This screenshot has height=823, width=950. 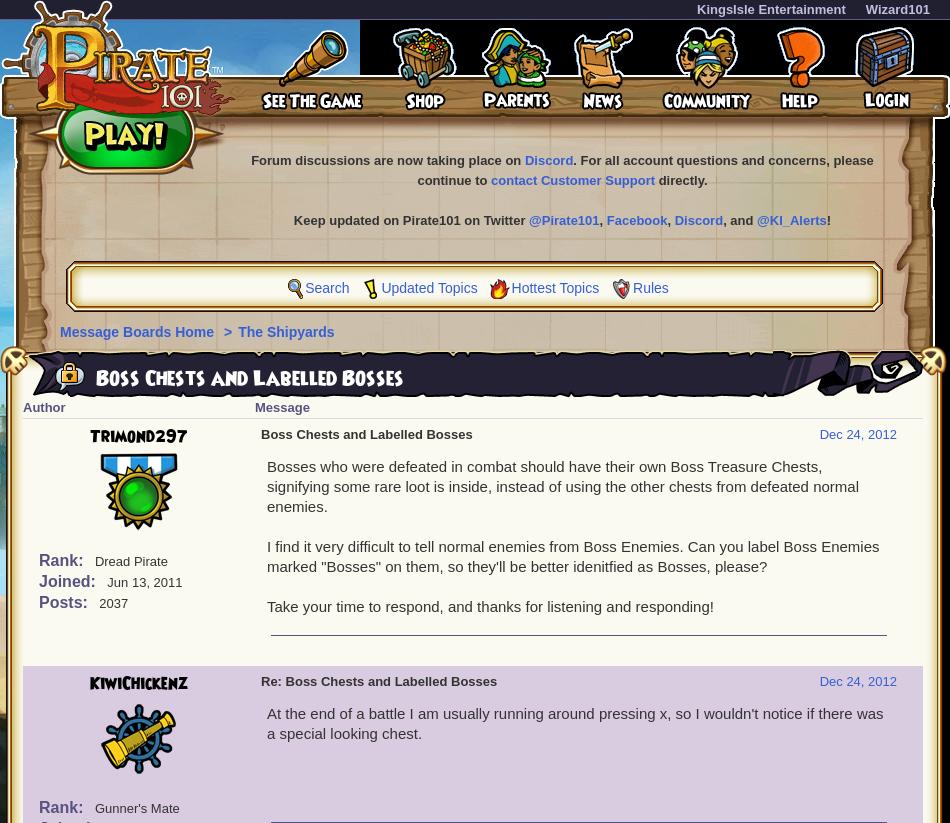 I want to click on 'Hottest Topics', so click(x=554, y=287).